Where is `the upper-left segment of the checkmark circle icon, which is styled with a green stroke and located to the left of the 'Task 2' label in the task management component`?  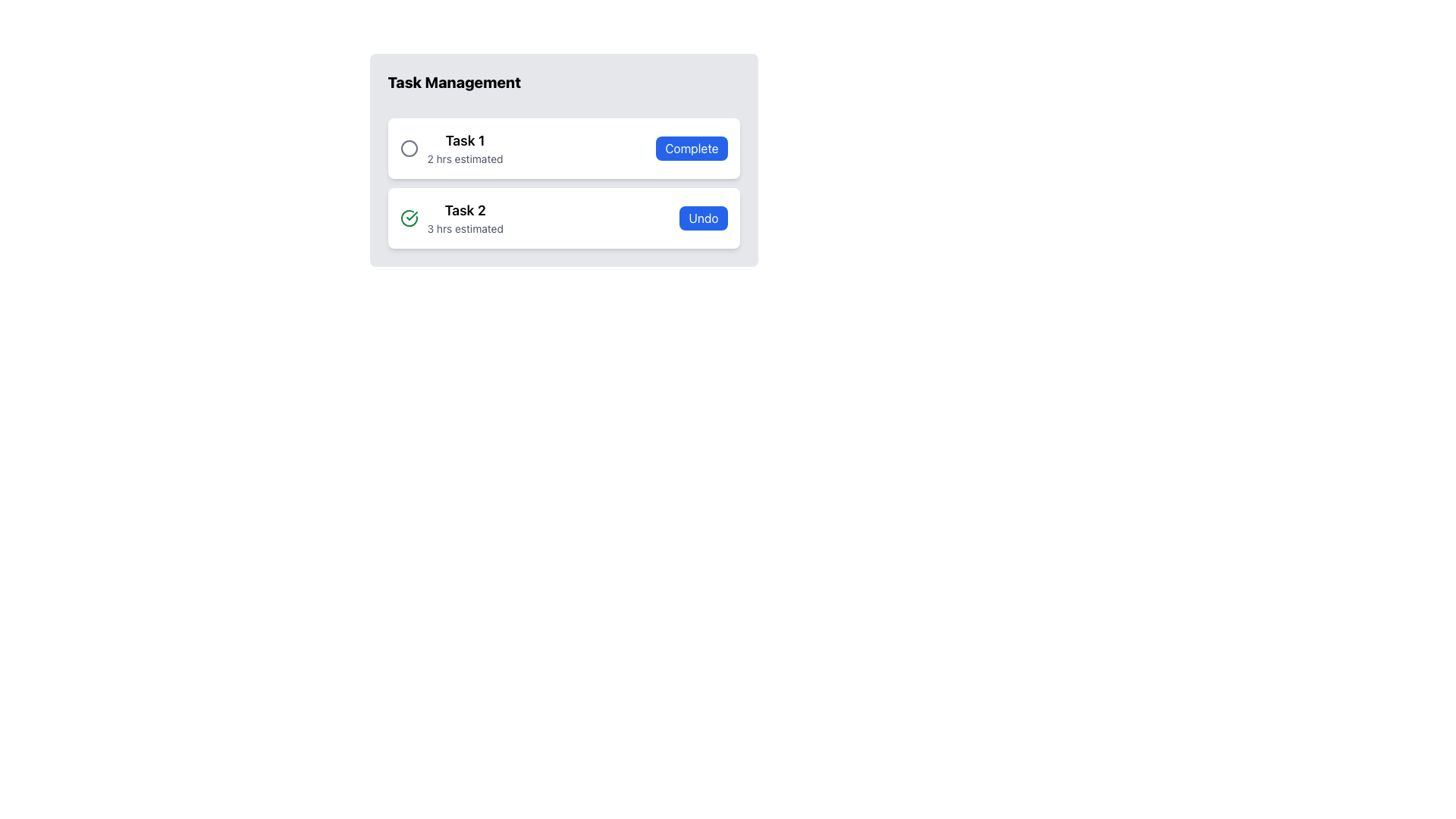 the upper-left segment of the checkmark circle icon, which is styled with a green stroke and located to the left of the 'Task 2' label in the task management component is located at coordinates (409, 218).